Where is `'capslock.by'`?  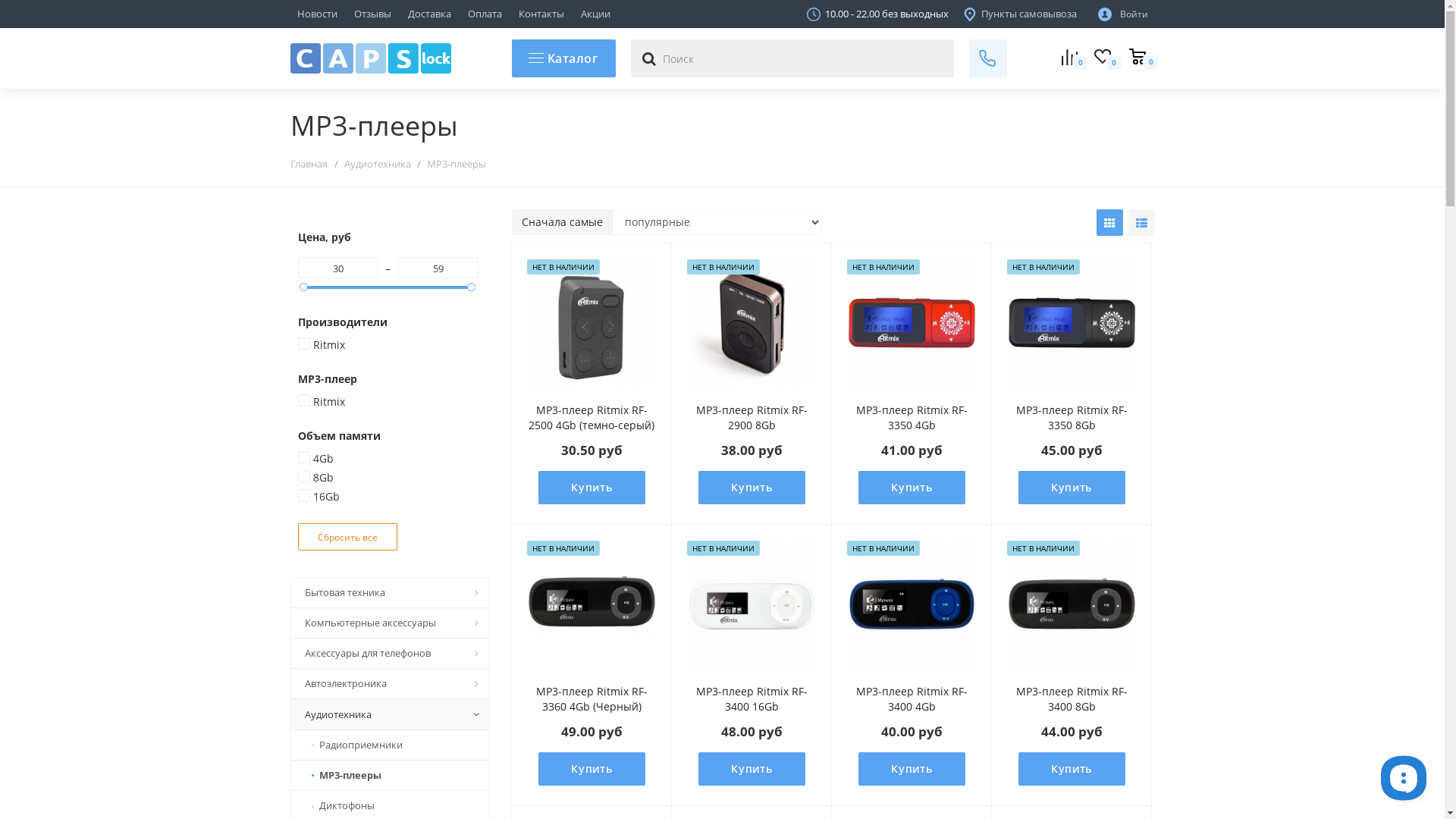 'capslock.by' is located at coordinates (370, 58).